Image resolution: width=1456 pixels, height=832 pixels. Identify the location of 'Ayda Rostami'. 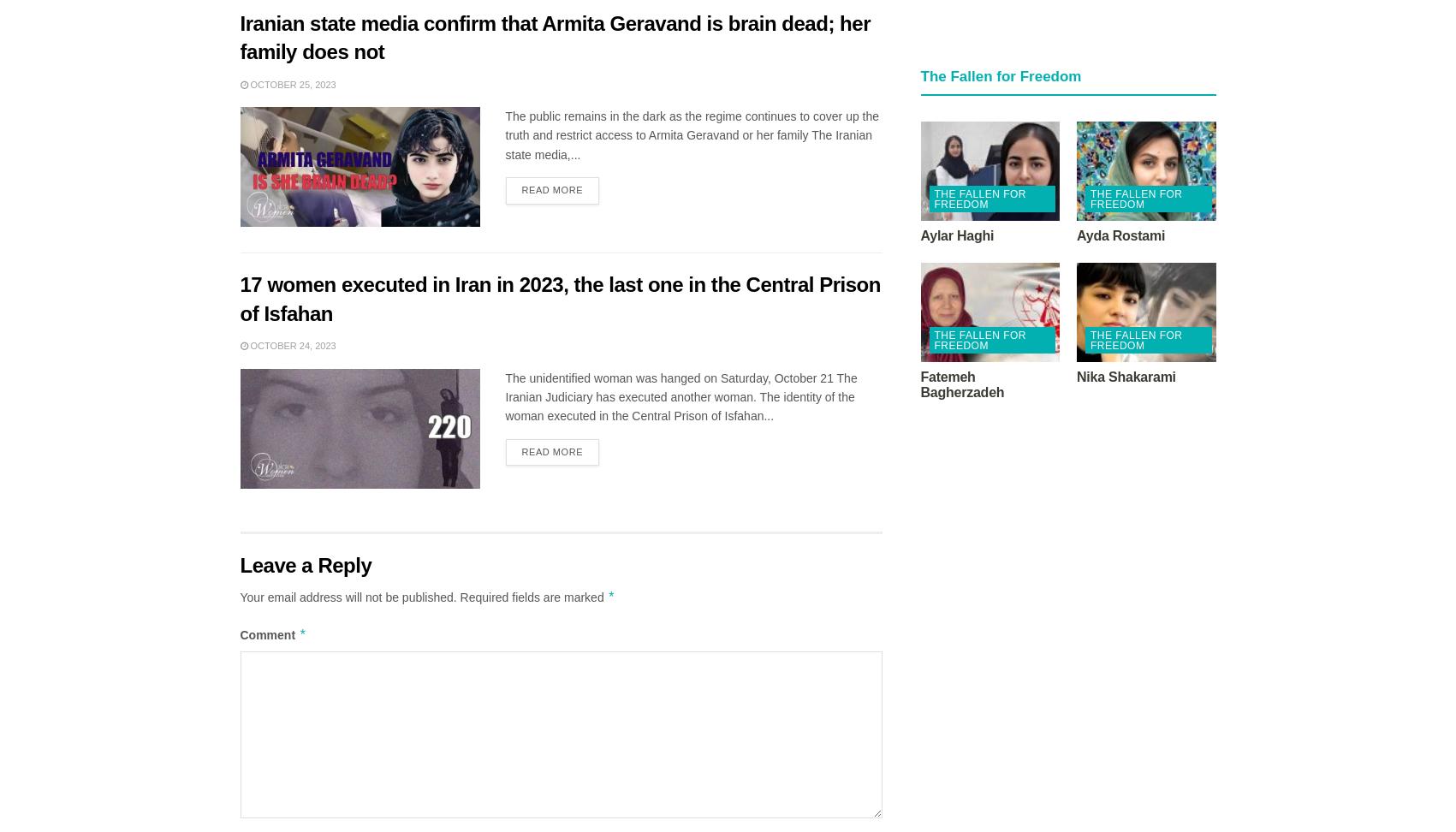
(1120, 235).